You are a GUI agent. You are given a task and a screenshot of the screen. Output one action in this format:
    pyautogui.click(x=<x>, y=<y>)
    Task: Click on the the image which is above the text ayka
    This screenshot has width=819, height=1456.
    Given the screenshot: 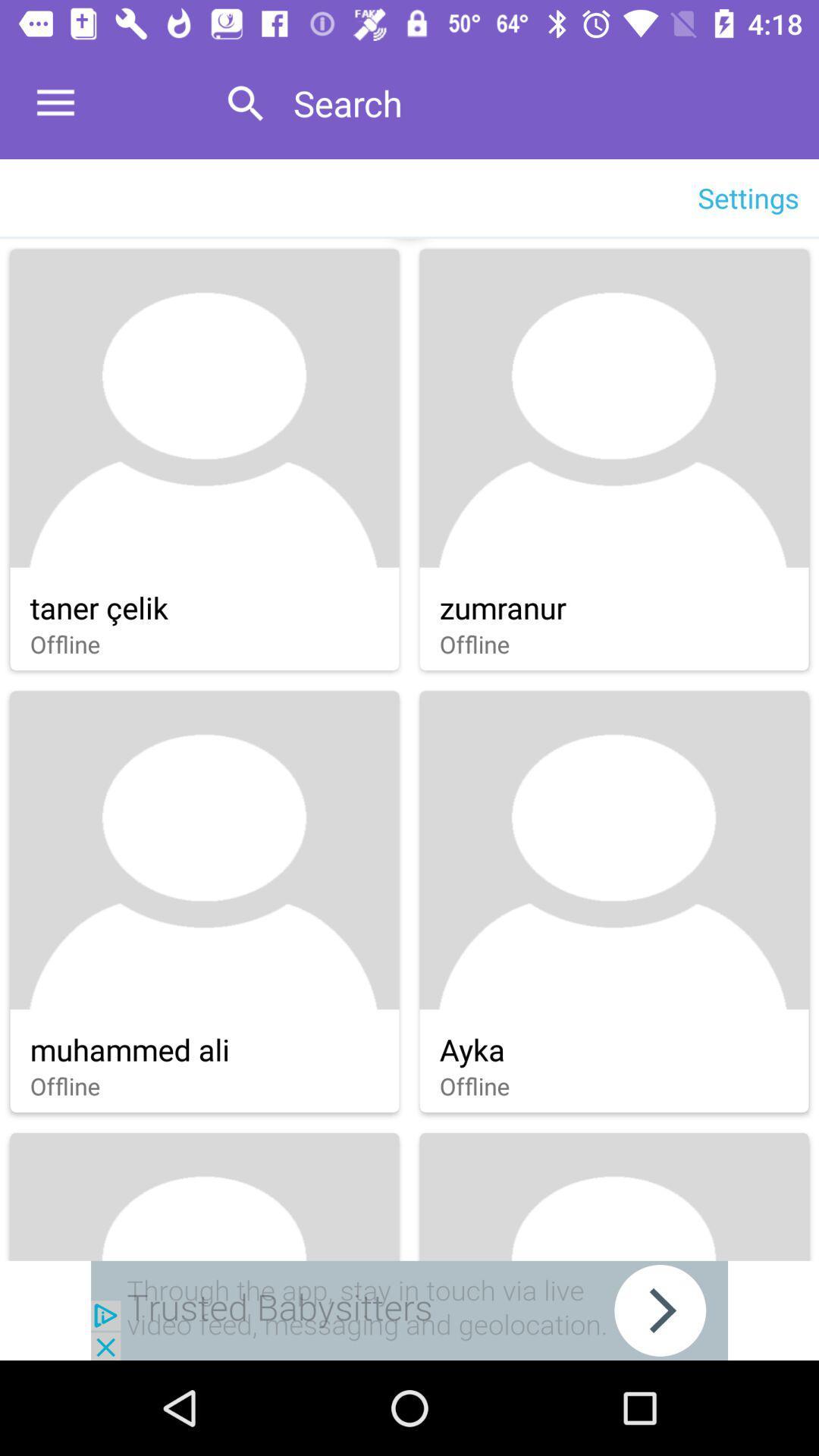 What is the action you would take?
    pyautogui.click(x=614, y=850)
    